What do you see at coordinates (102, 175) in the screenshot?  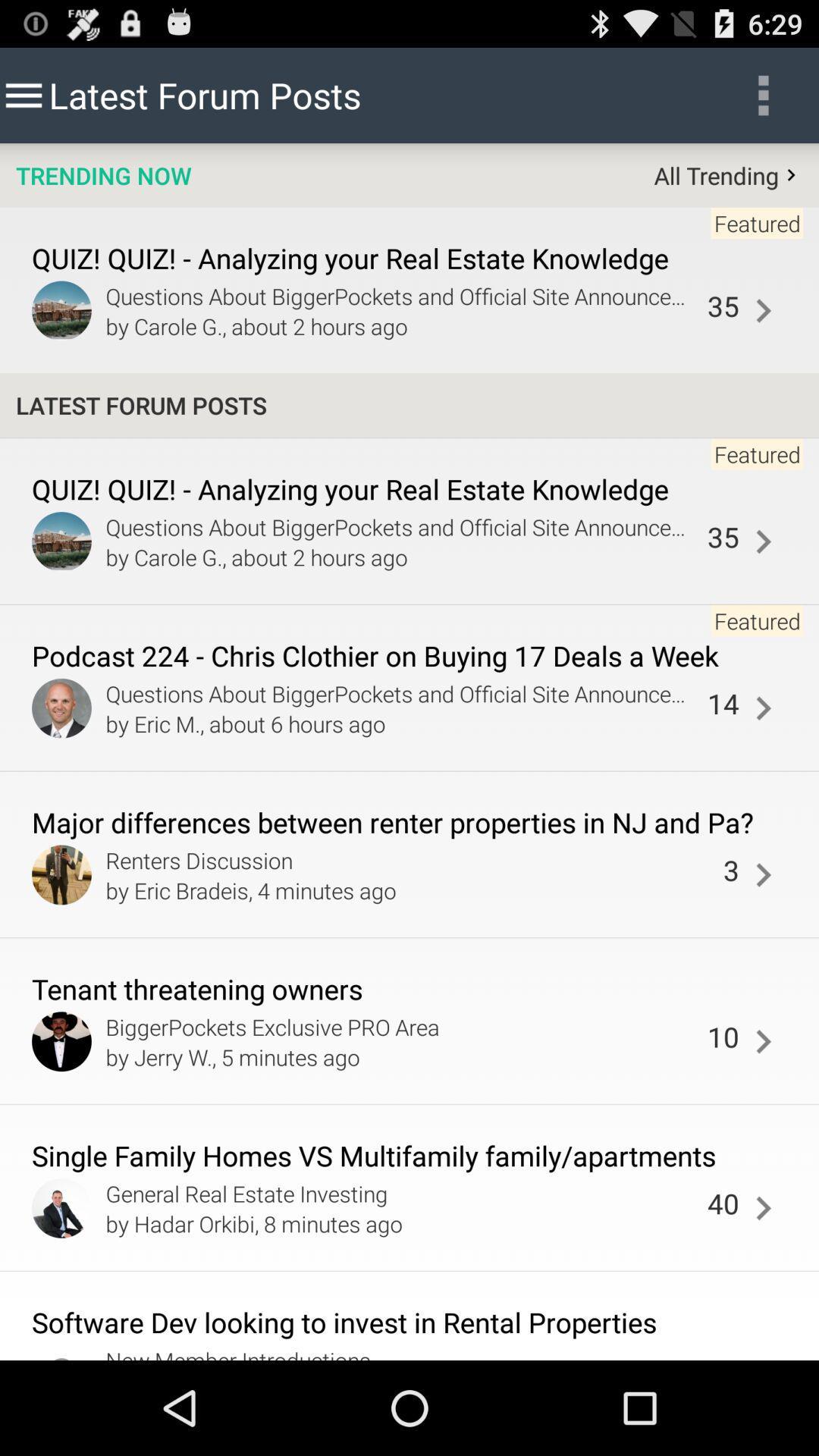 I see `app above quiz quiz analyzing item` at bounding box center [102, 175].